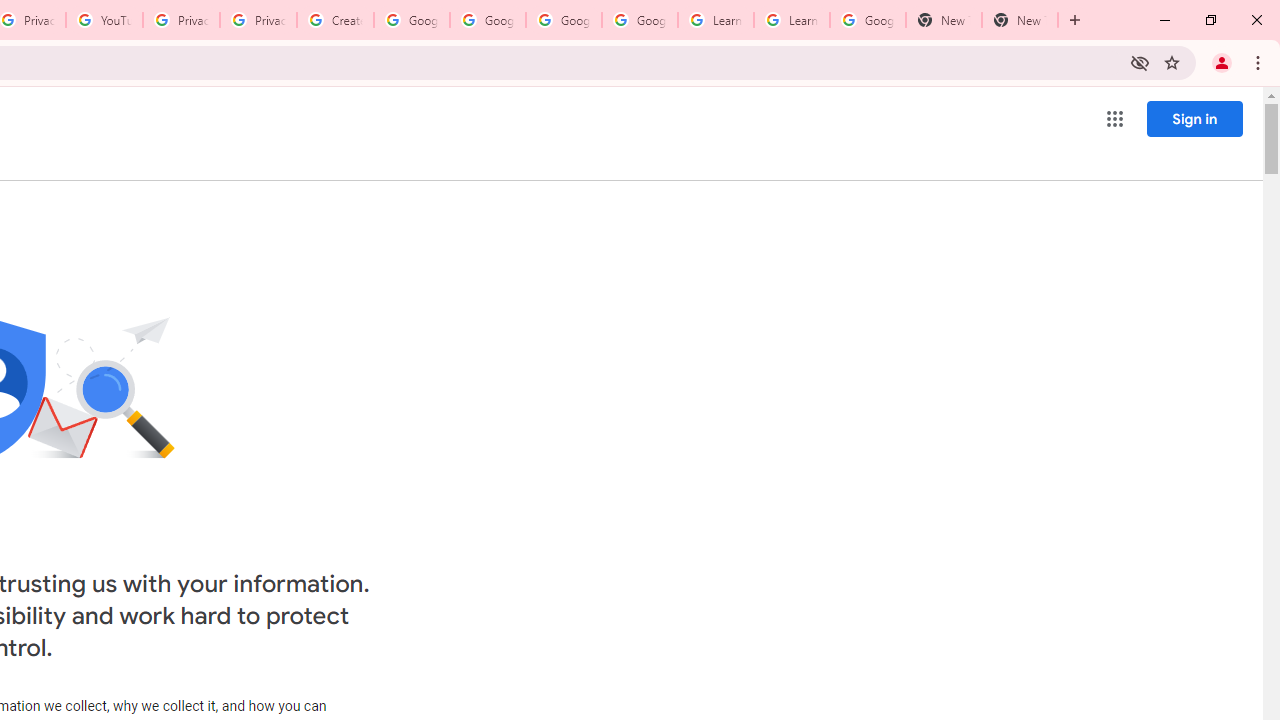 This screenshot has width=1280, height=720. I want to click on 'Google Account Help', so click(411, 20).